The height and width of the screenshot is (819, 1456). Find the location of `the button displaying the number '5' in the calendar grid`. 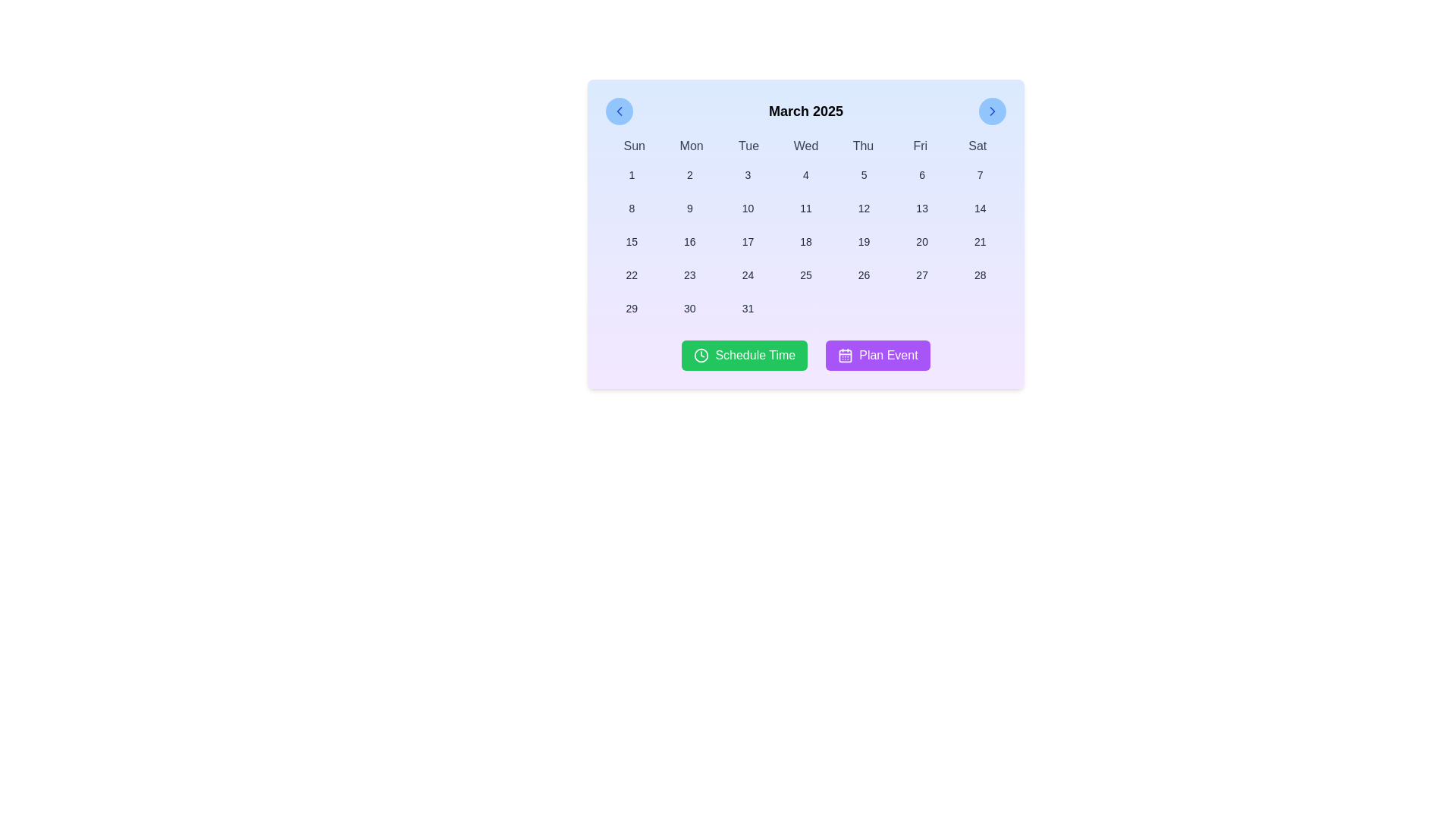

the button displaying the number '5' in the calendar grid is located at coordinates (864, 174).